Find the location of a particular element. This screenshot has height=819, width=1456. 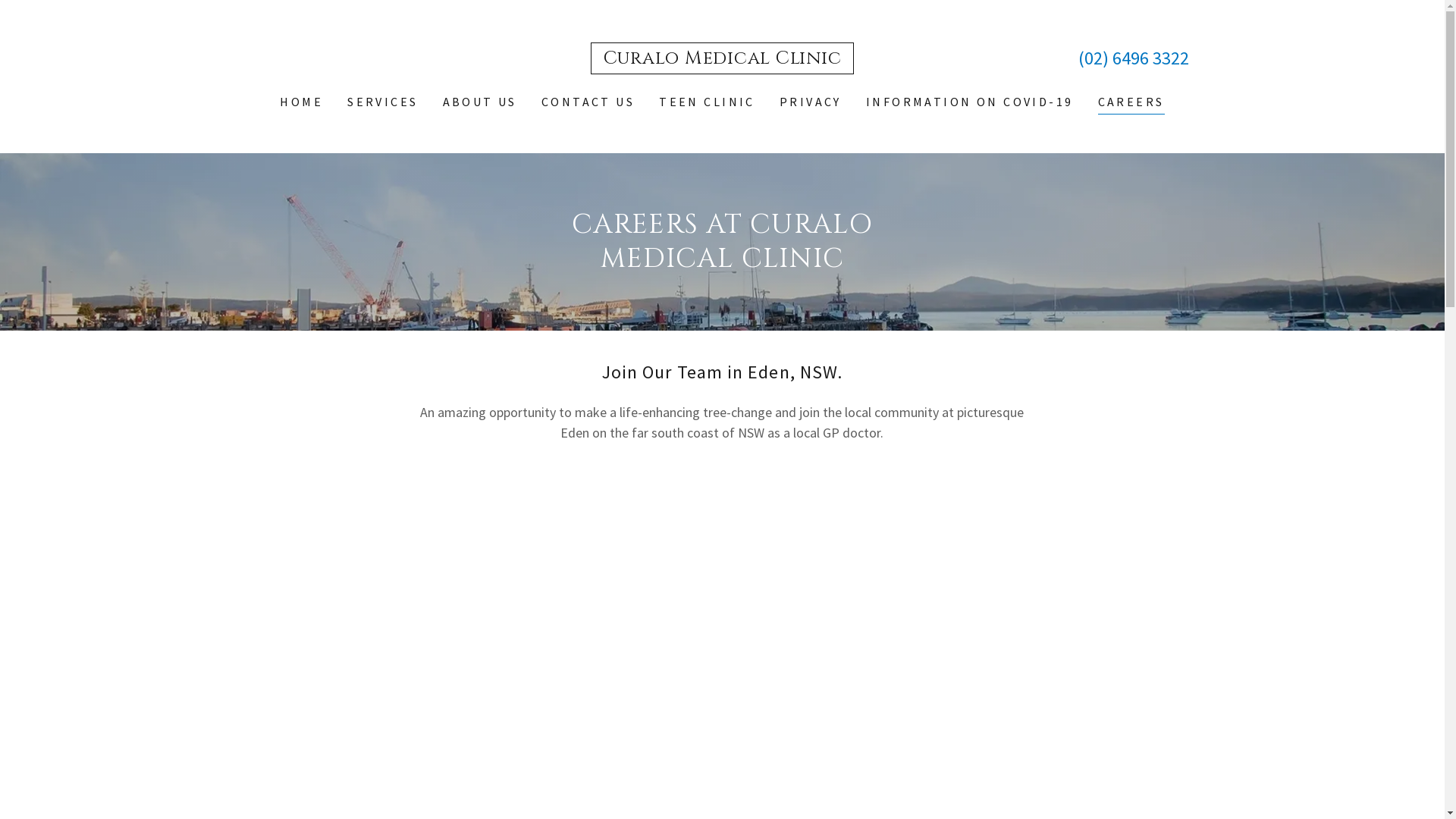

'PRIVACY' is located at coordinates (810, 102).